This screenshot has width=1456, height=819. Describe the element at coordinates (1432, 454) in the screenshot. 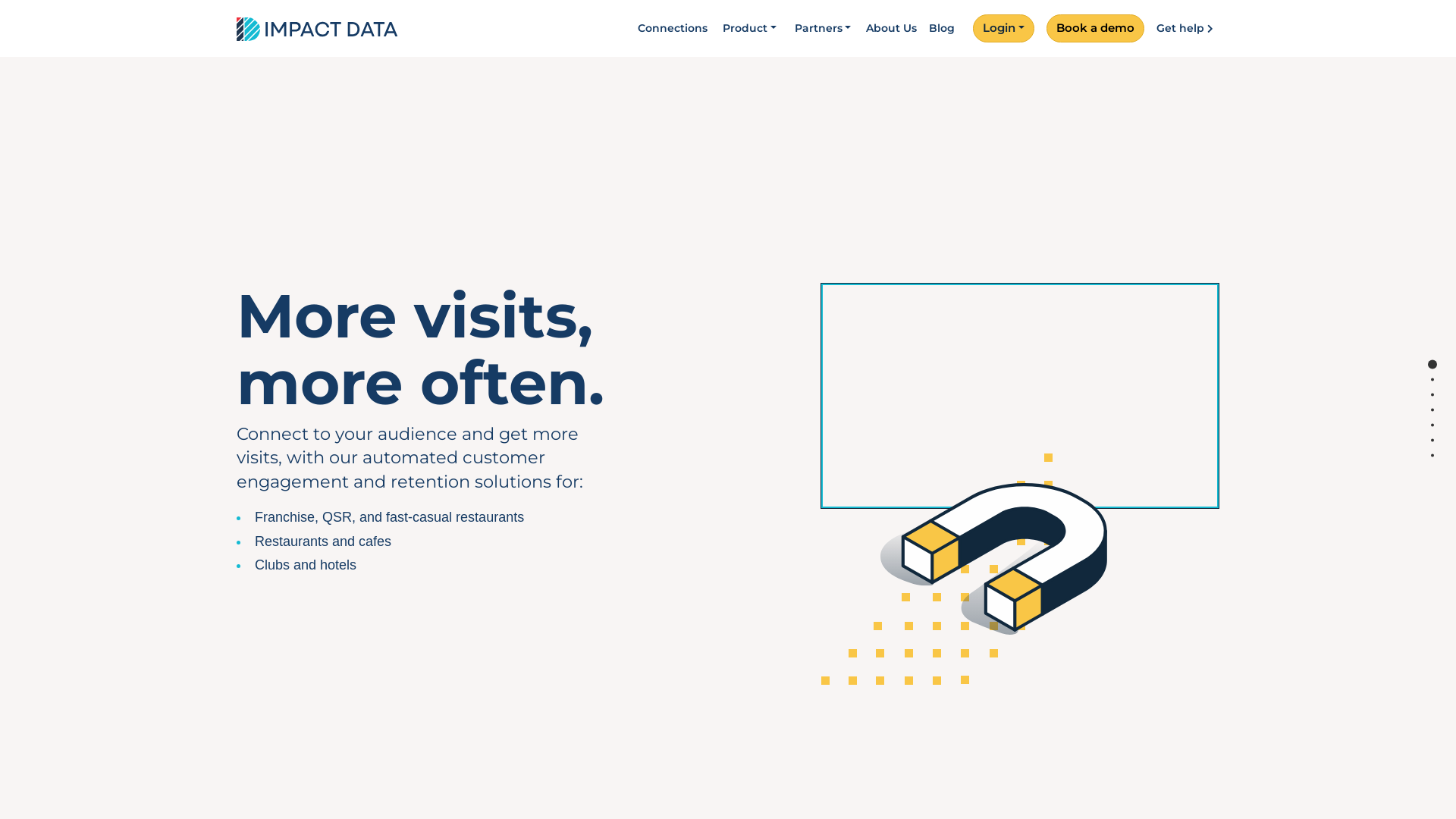

I see `'Section 7'` at that location.